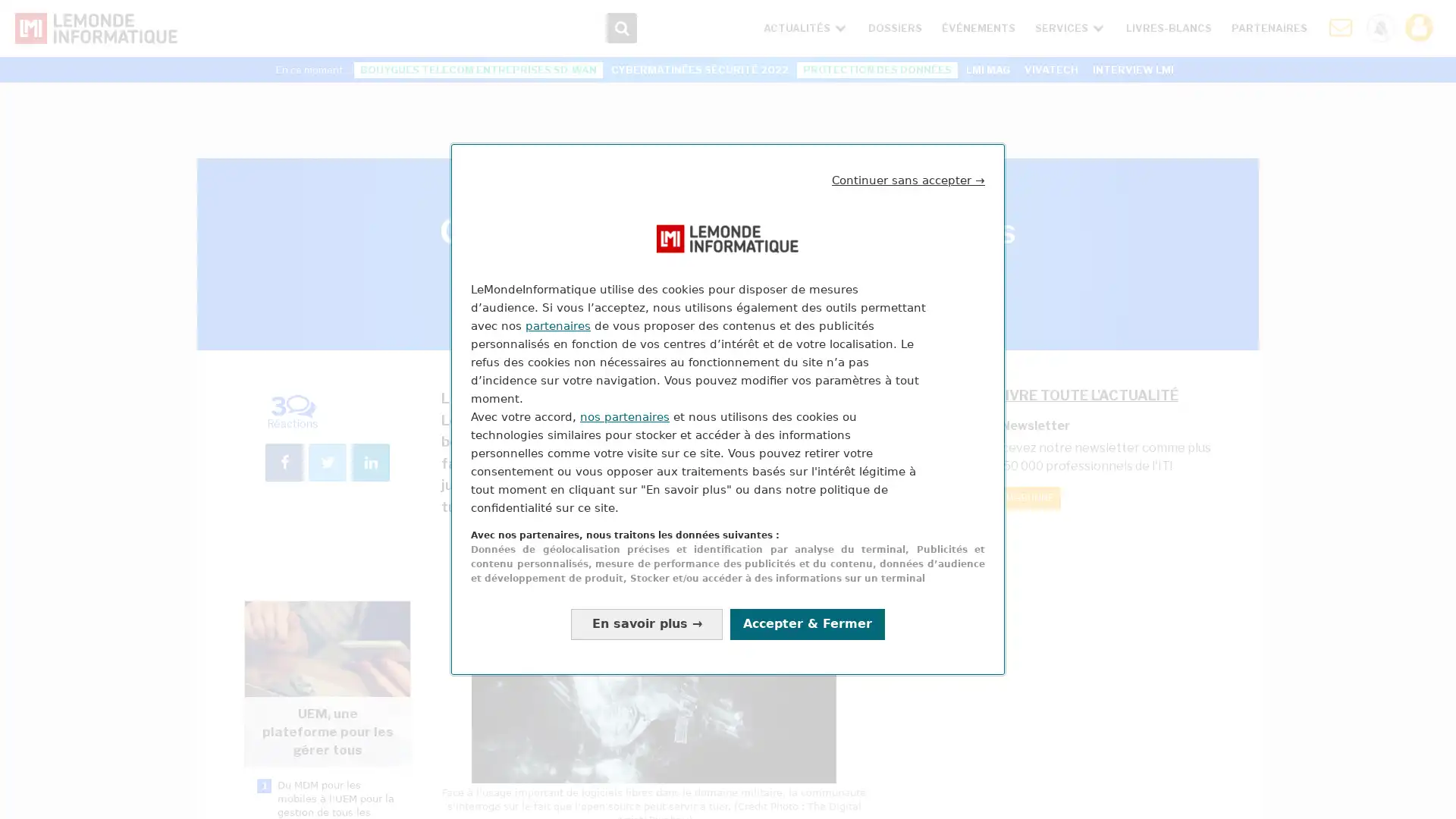 The image size is (1456, 819). Describe the element at coordinates (807, 623) in the screenshot. I see `Accepter notre traitement des donnees et fermer` at that location.